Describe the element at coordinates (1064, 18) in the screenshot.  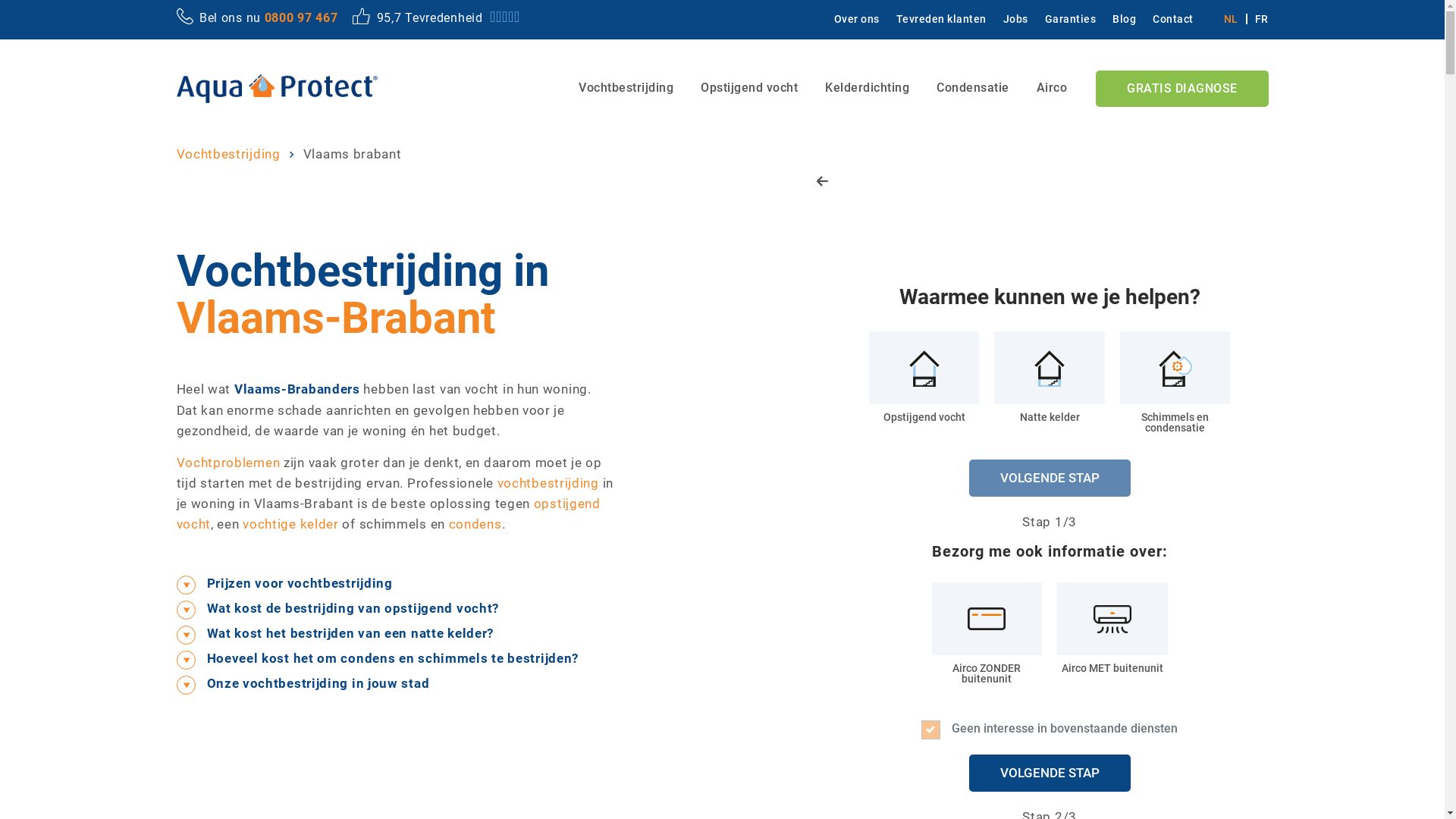
I see `'Garanties'` at that location.